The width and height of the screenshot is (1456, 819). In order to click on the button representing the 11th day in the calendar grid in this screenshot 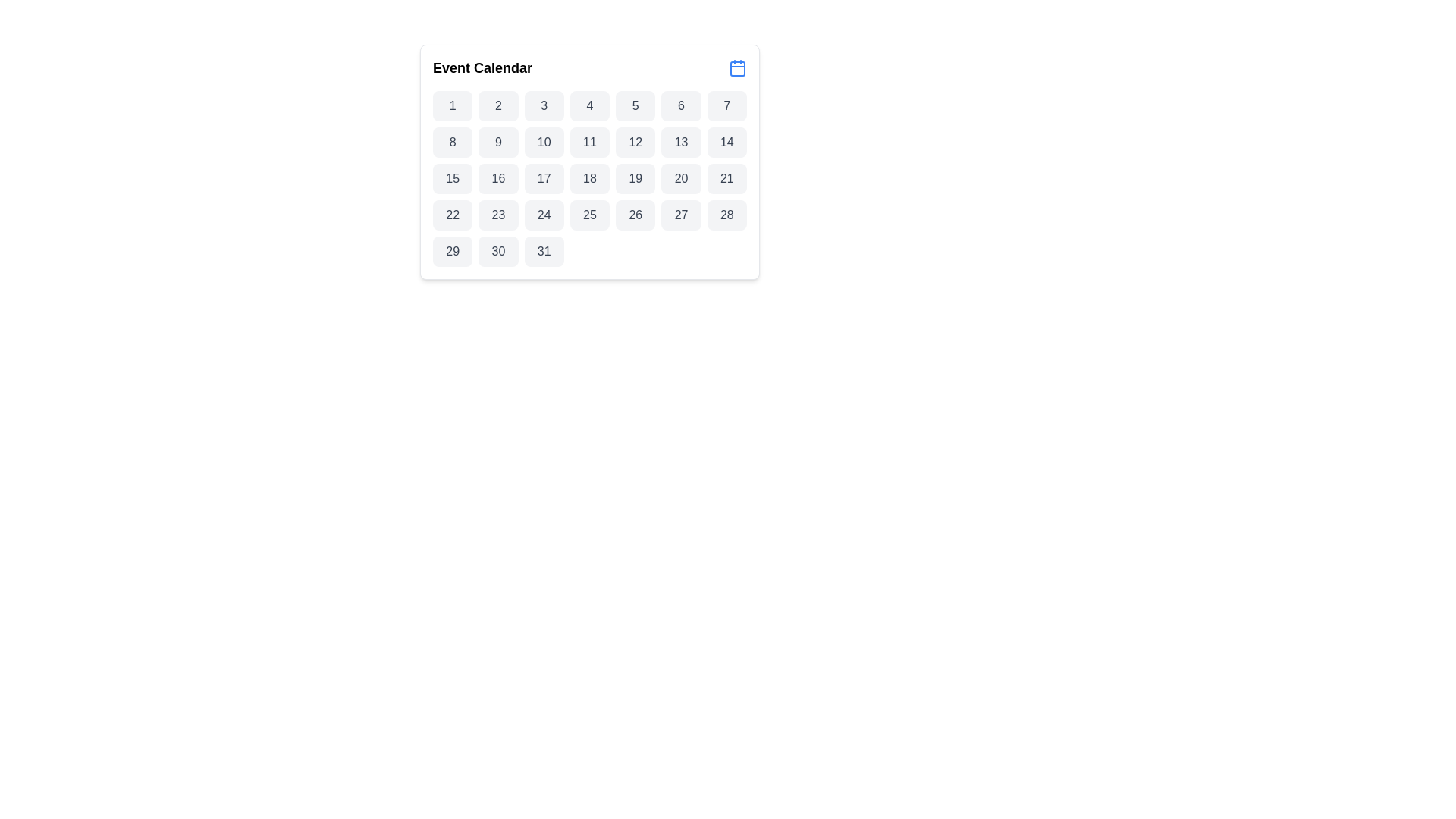, I will do `click(588, 143)`.